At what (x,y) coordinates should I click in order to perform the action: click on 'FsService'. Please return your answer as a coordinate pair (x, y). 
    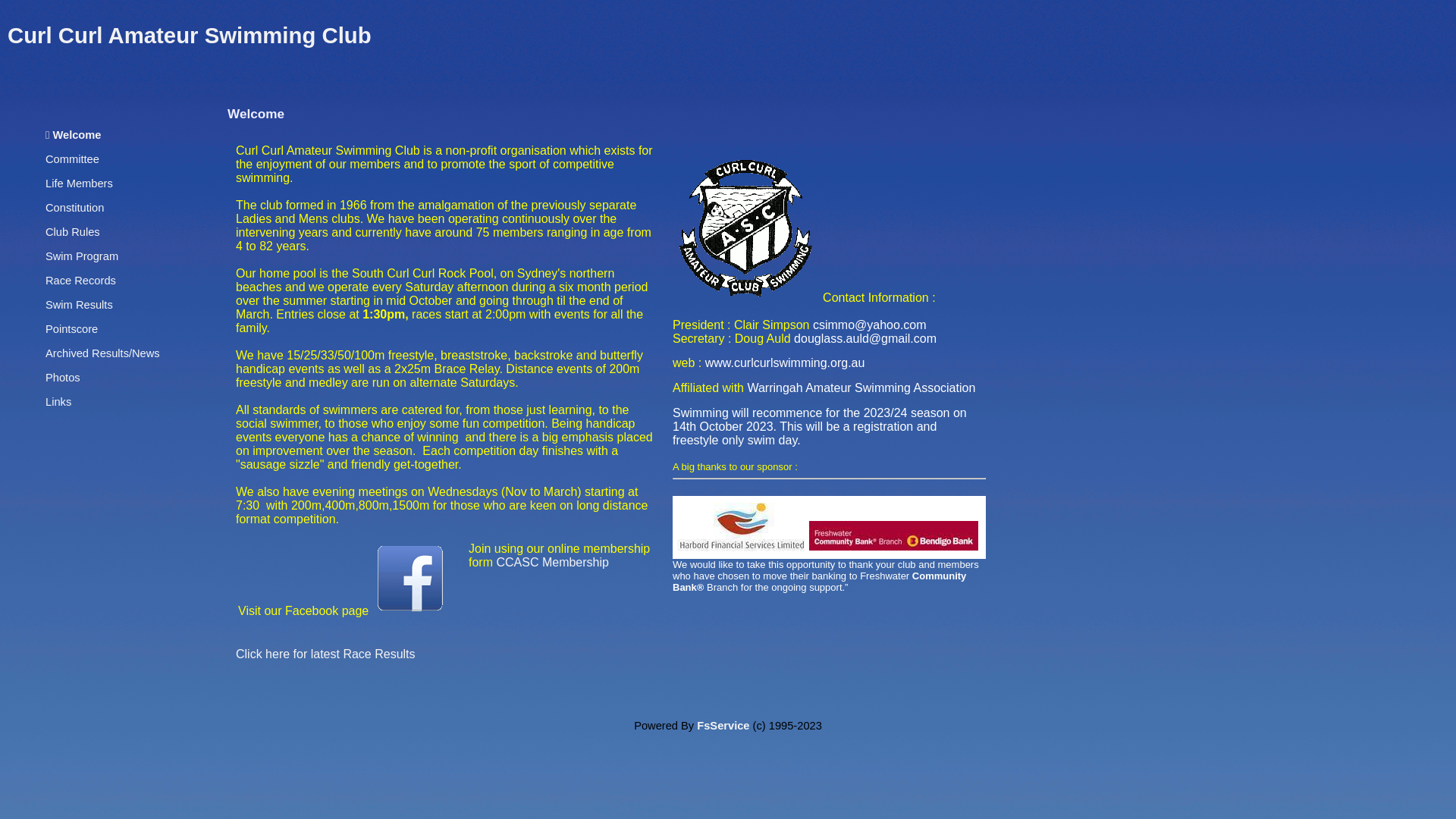
    Looking at the image, I should click on (722, 724).